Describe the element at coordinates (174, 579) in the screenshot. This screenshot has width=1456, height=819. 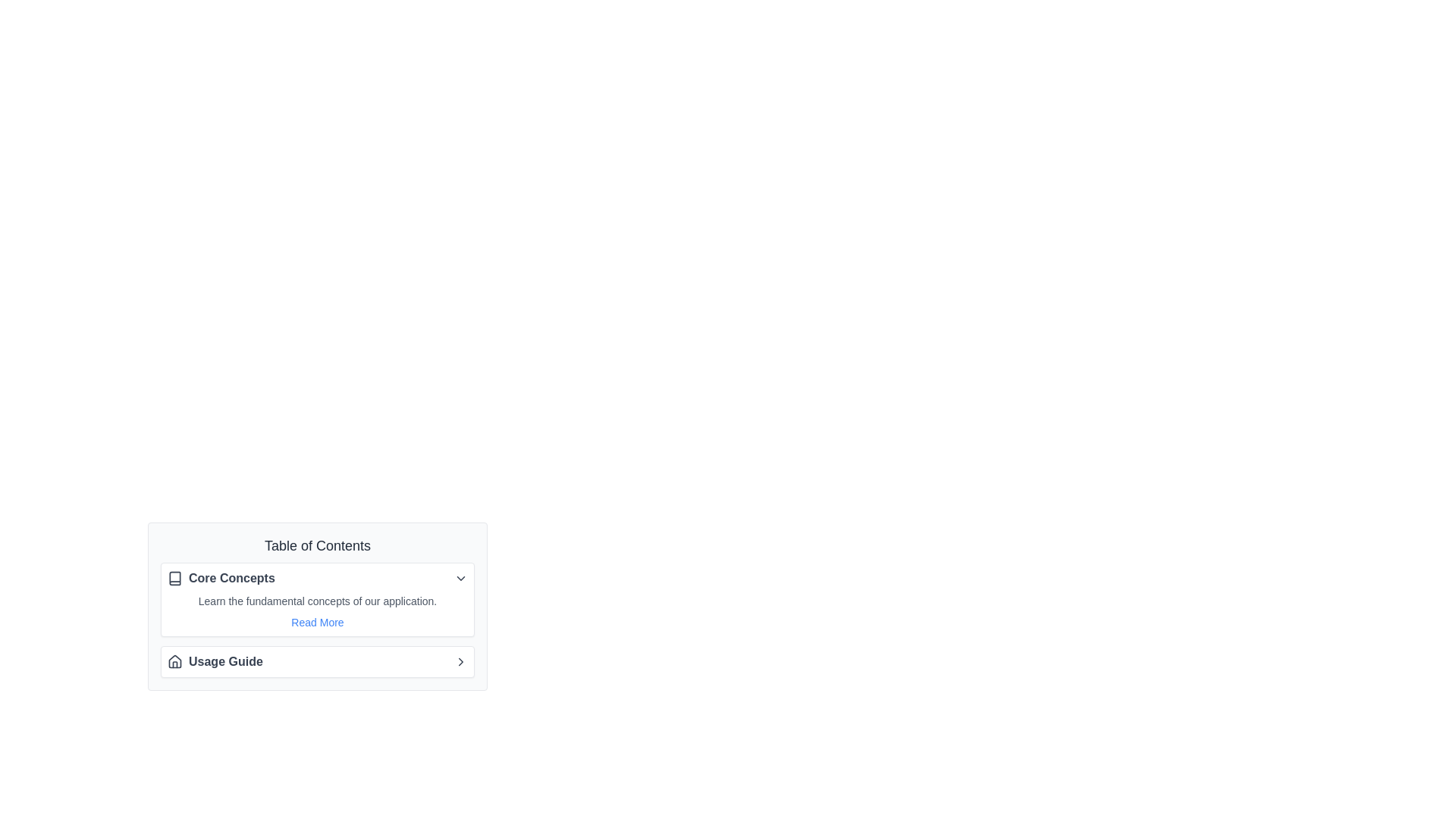
I see `the book icon located in the 'Core Concepts' section of the 'Table of Contents' panel` at that location.